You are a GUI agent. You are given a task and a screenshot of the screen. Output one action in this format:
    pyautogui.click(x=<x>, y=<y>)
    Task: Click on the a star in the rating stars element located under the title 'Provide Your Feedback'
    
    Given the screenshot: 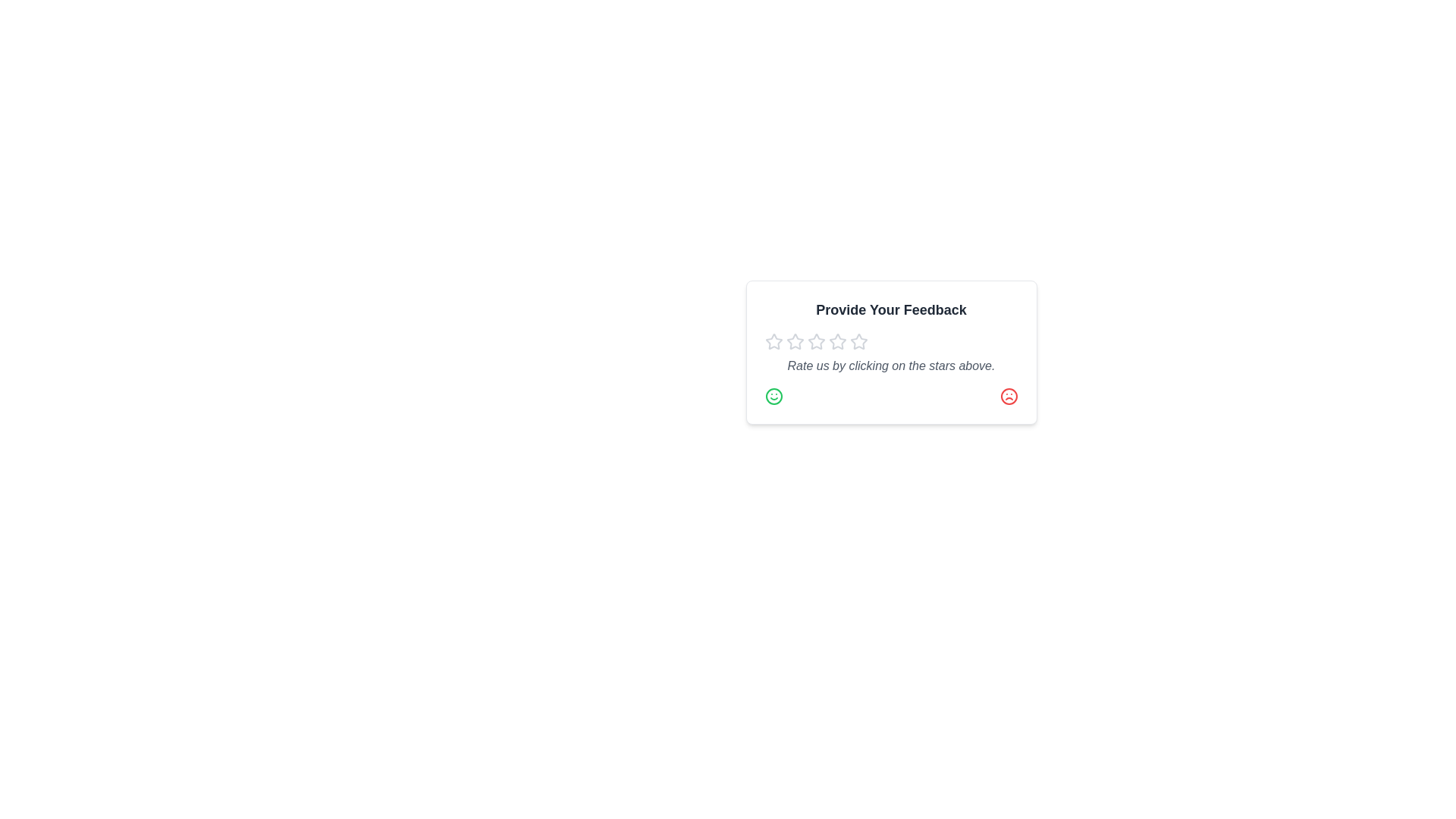 What is the action you would take?
    pyautogui.click(x=891, y=342)
    